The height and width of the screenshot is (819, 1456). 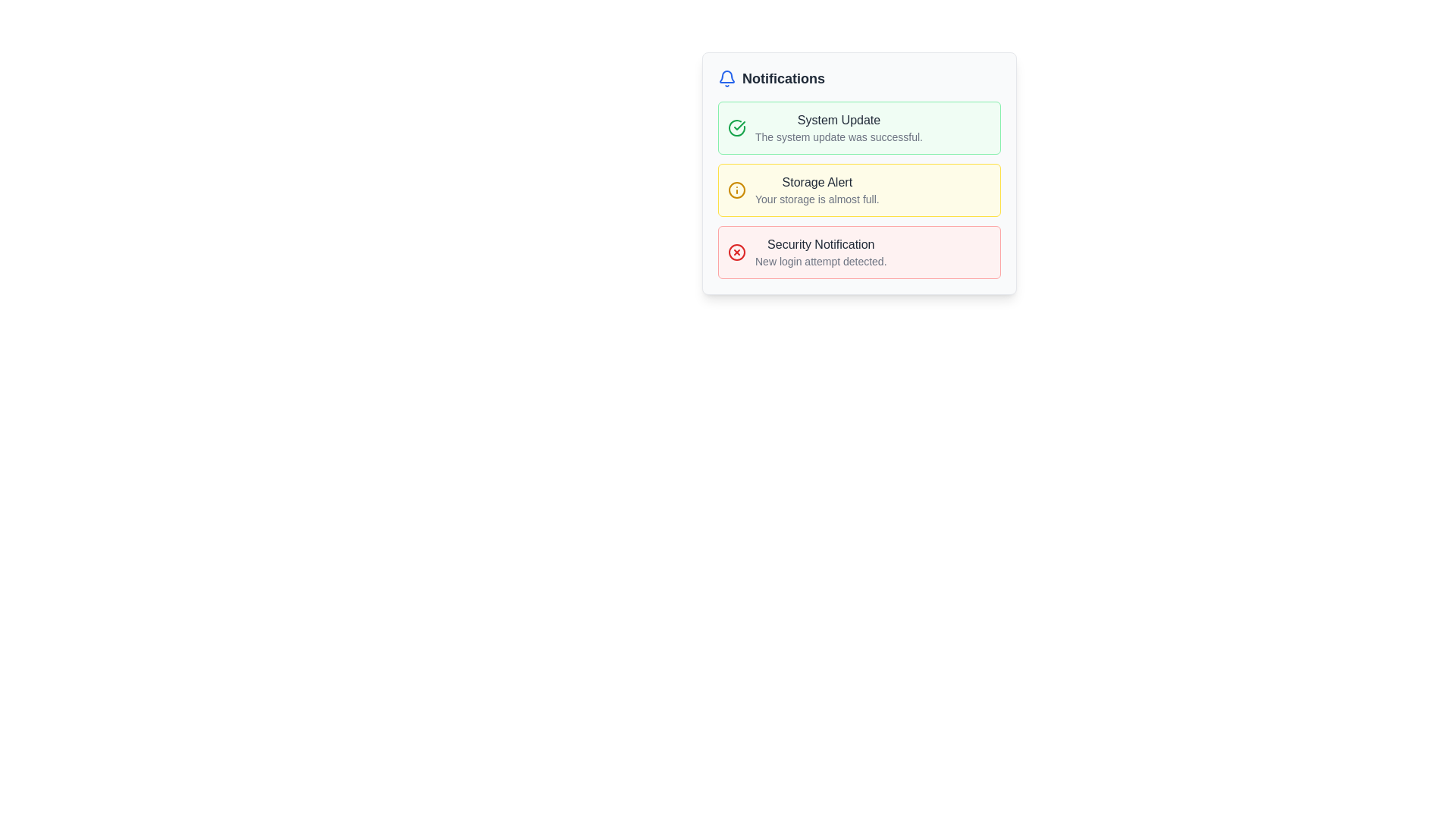 I want to click on the circular outline of the 'info' icon within the 'Storage Alert' notification card in the notifications panel, so click(x=736, y=189).